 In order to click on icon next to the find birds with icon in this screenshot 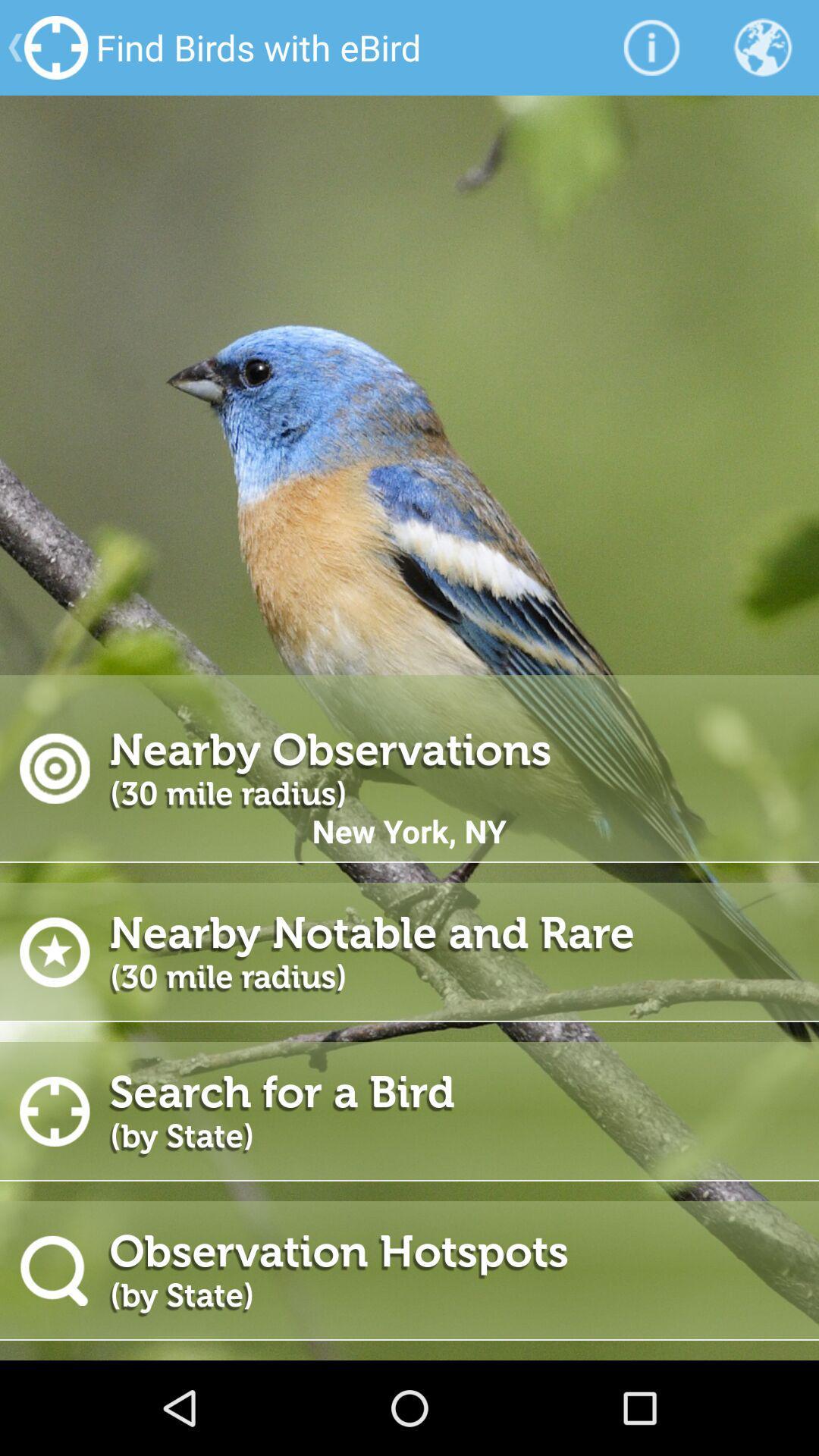, I will do `click(651, 47)`.